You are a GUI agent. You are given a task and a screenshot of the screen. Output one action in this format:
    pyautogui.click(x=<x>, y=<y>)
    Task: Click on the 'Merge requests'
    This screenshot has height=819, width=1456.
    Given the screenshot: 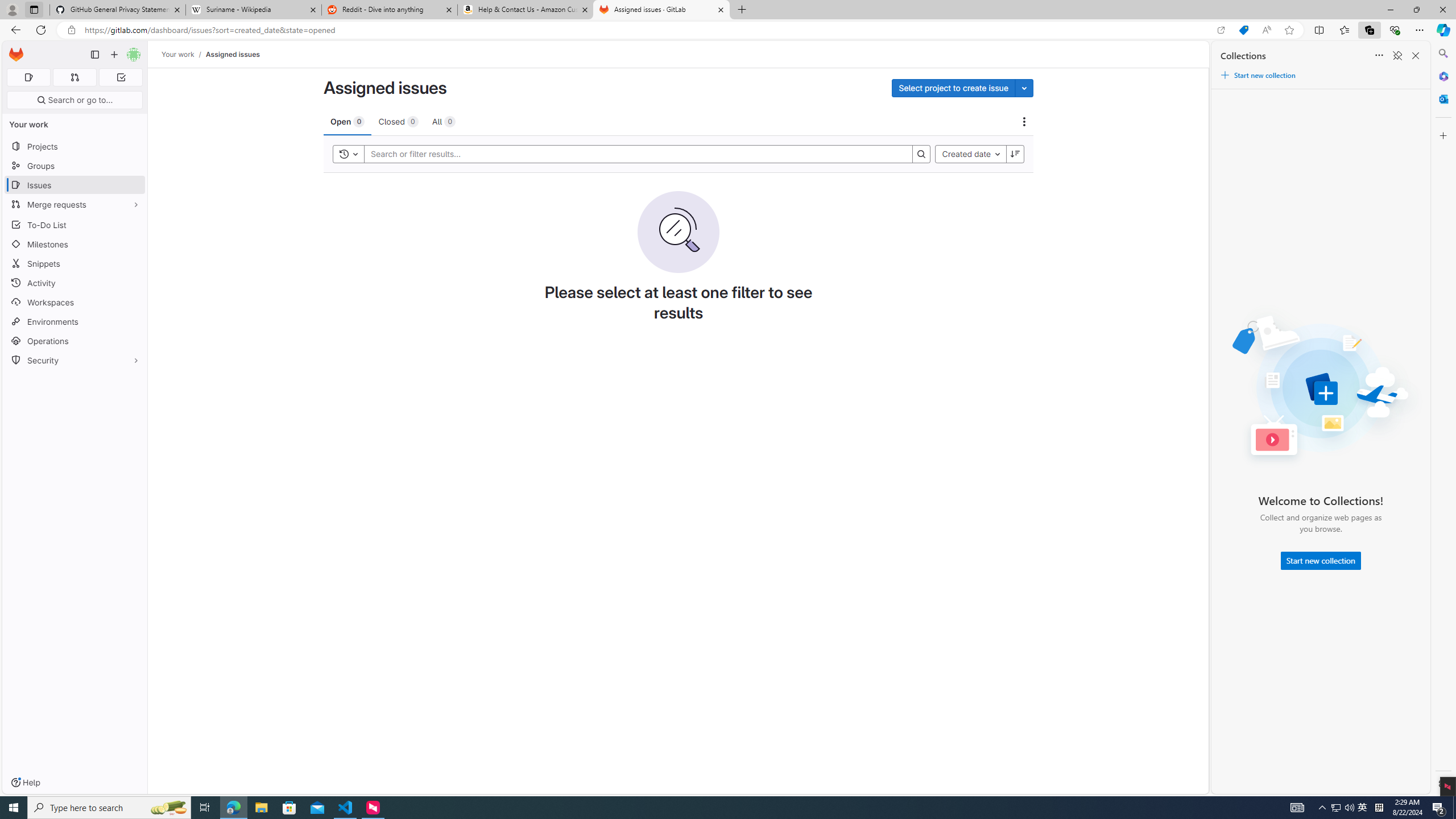 What is the action you would take?
    pyautogui.click(x=74, y=204)
    